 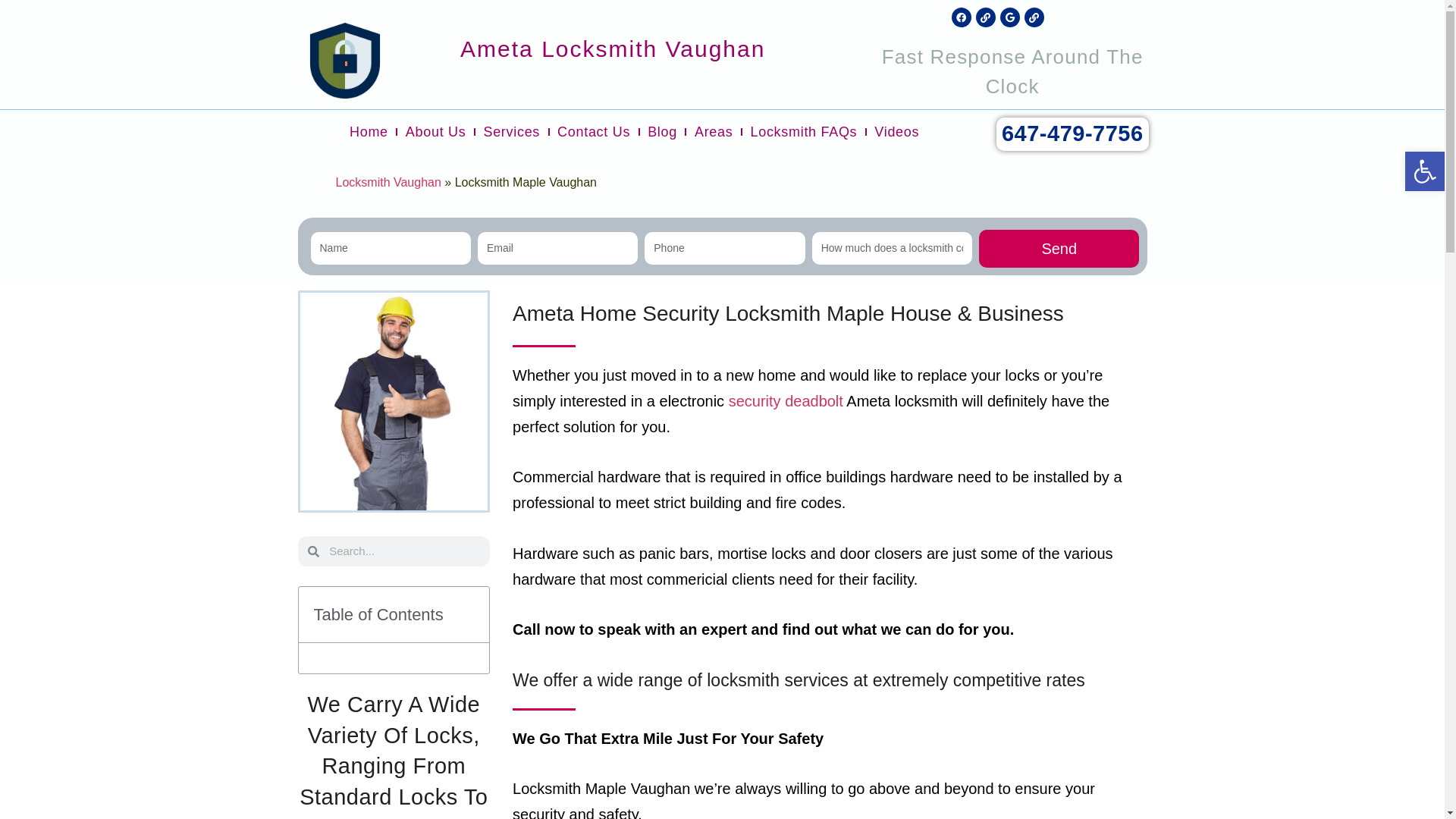 What do you see at coordinates (687, 130) in the screenshot?
I see `'Areas'` at bounding box center [687, 130].